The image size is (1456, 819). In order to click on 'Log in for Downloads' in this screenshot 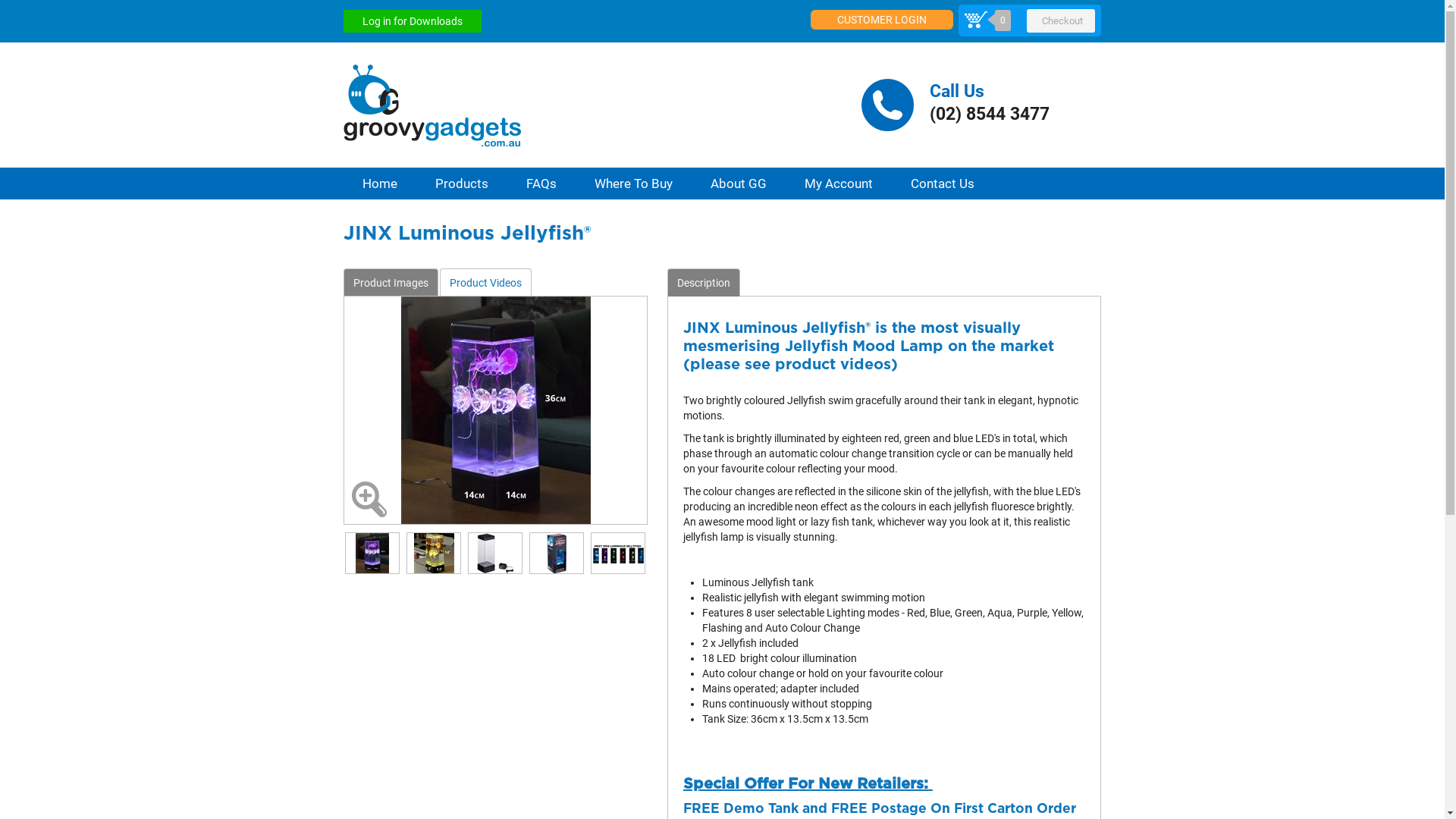, I will do `click(411, 20)`.